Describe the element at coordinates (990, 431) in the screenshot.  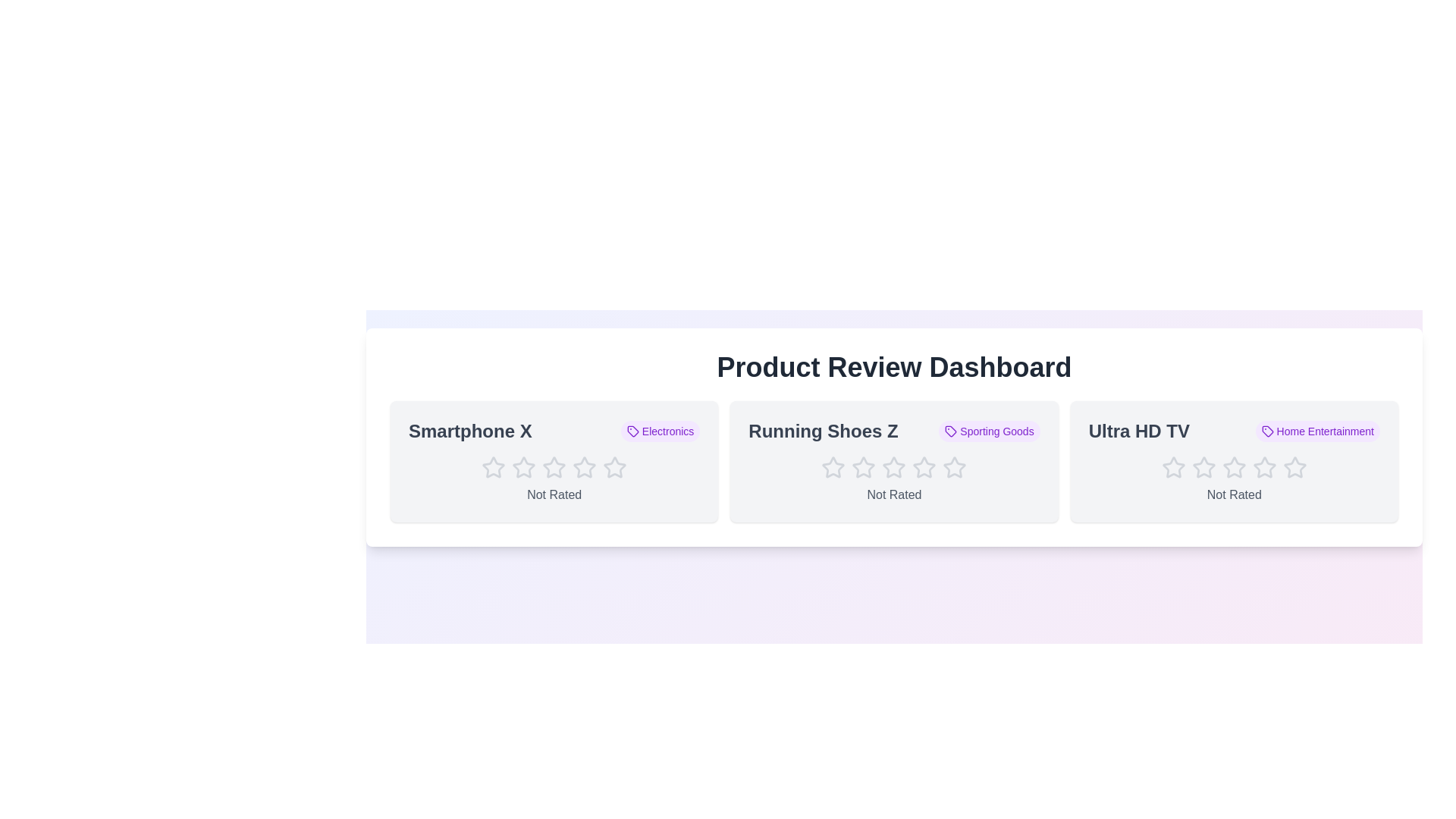
I see `the category label for Running Shoes Z to view its category` at that location.